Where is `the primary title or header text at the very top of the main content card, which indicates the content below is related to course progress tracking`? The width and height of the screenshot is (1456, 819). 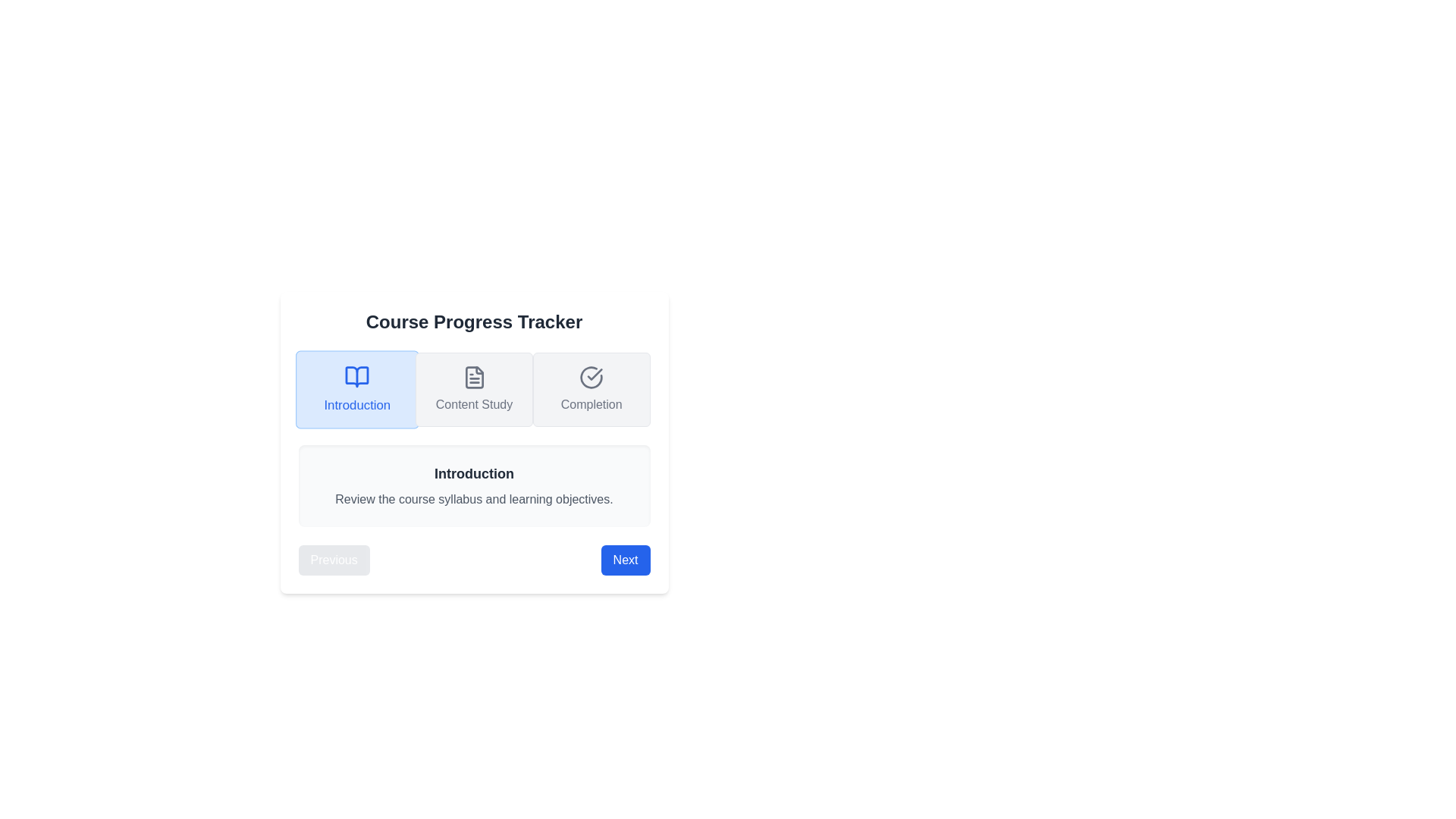 the primary title or header text at the very top of the main content card, which indicates the content below is related to course progress tracking is located at coordinates (473, 321).